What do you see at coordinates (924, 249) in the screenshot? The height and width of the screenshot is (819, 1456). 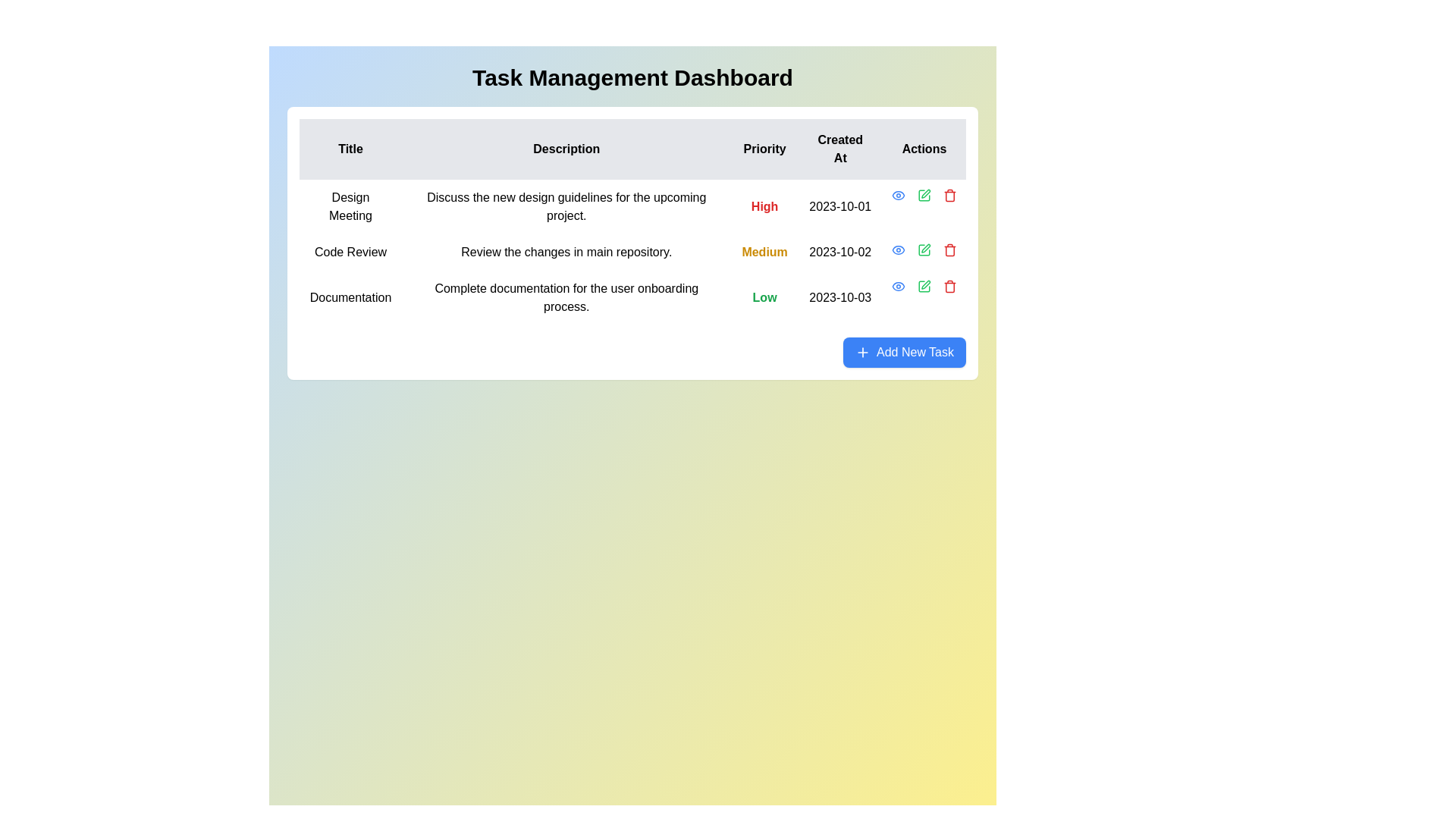 I see `the pen icon in the 'Actions' column of the second row` at bounding box center [924, 249].